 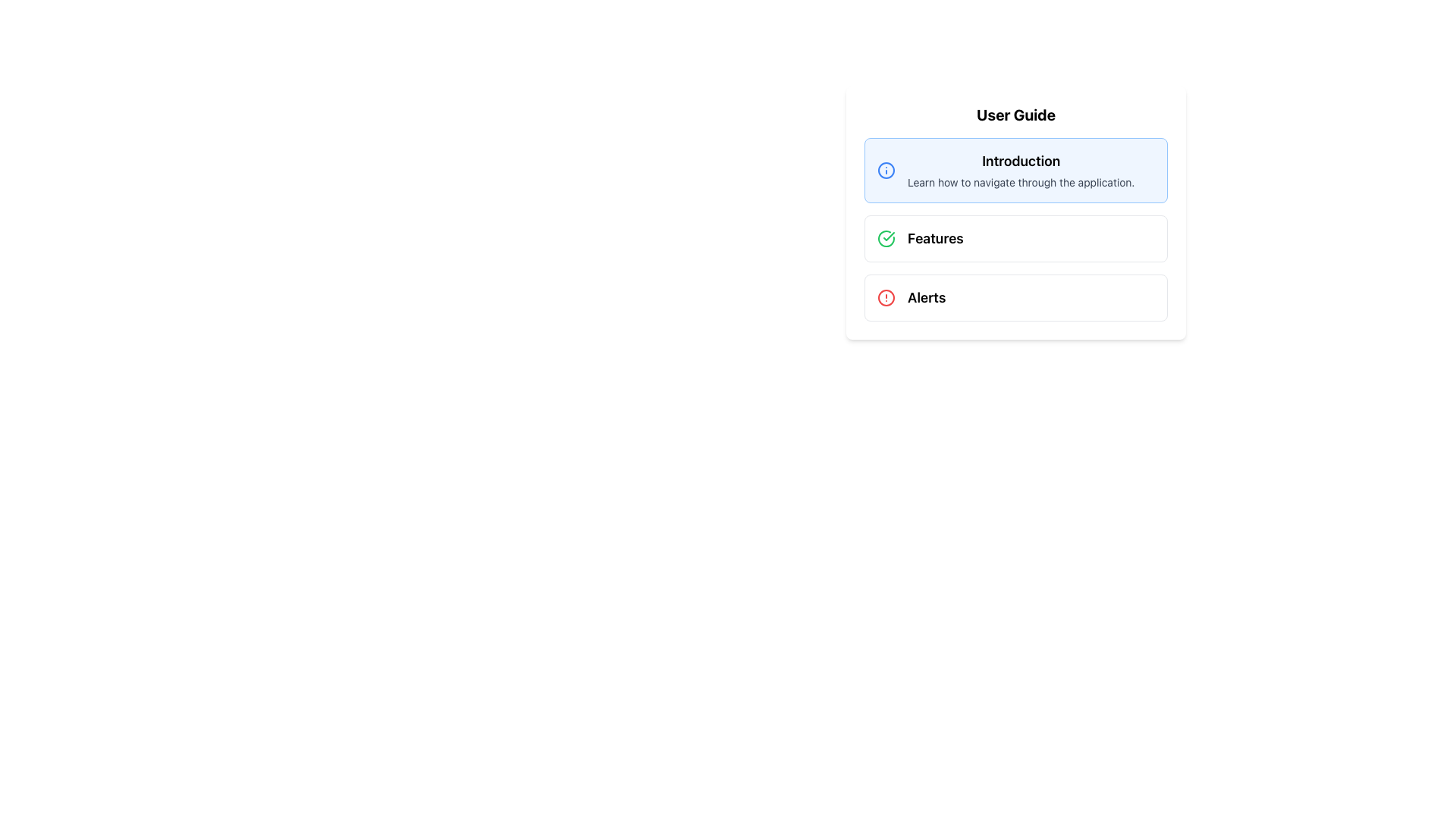 What do you see at coordinates (1021, 181) in the screenshot?
I see `the static text element that reads 'Learn how to navigate through the application.', which is positioned beneath the bold title 'Introduction' in the top section of the interface` at bounding box center [1021, 181].